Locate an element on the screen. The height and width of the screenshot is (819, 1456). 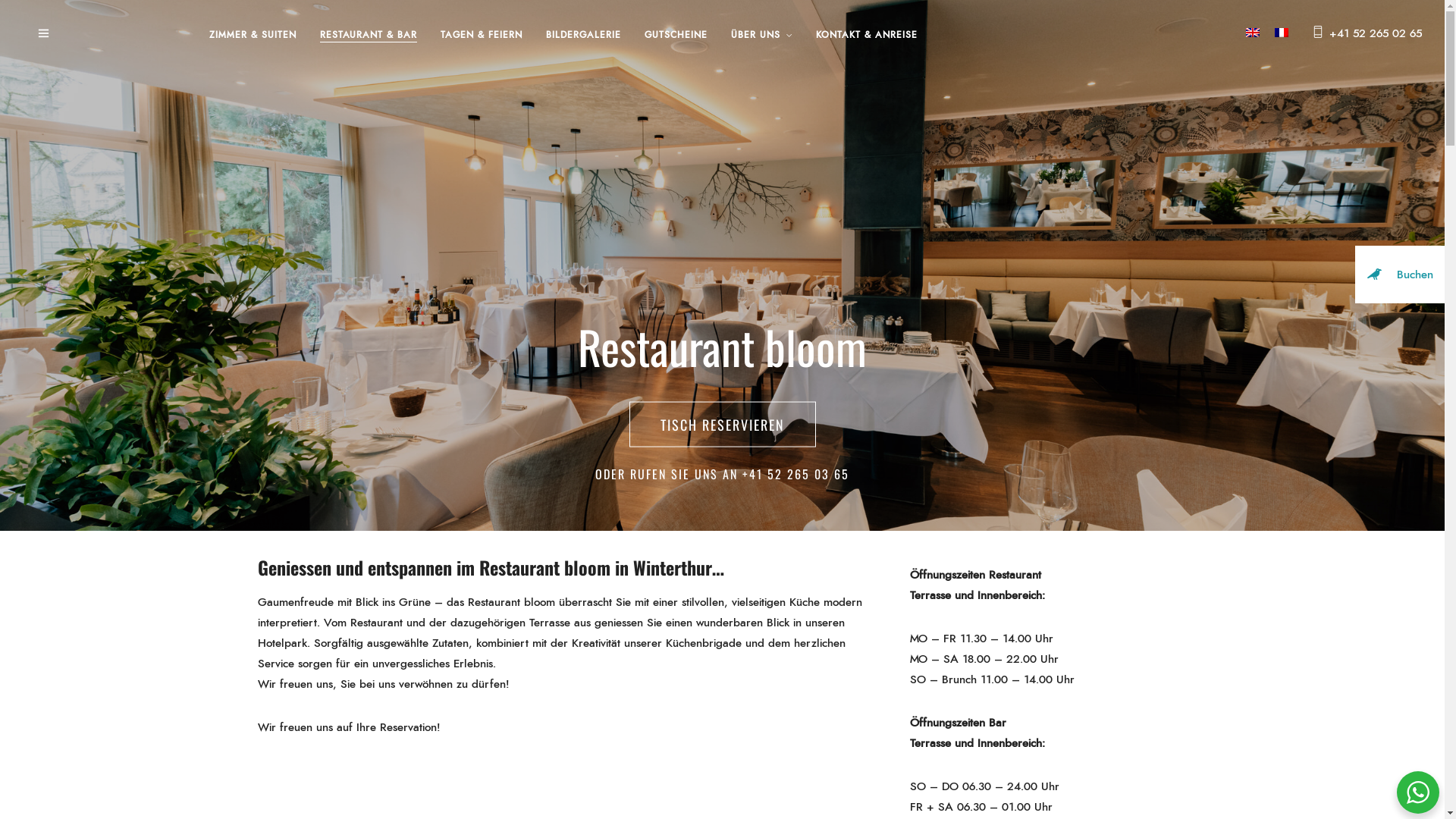
'ZIMMER & SUITEN' is located at coordinates (253, 34).